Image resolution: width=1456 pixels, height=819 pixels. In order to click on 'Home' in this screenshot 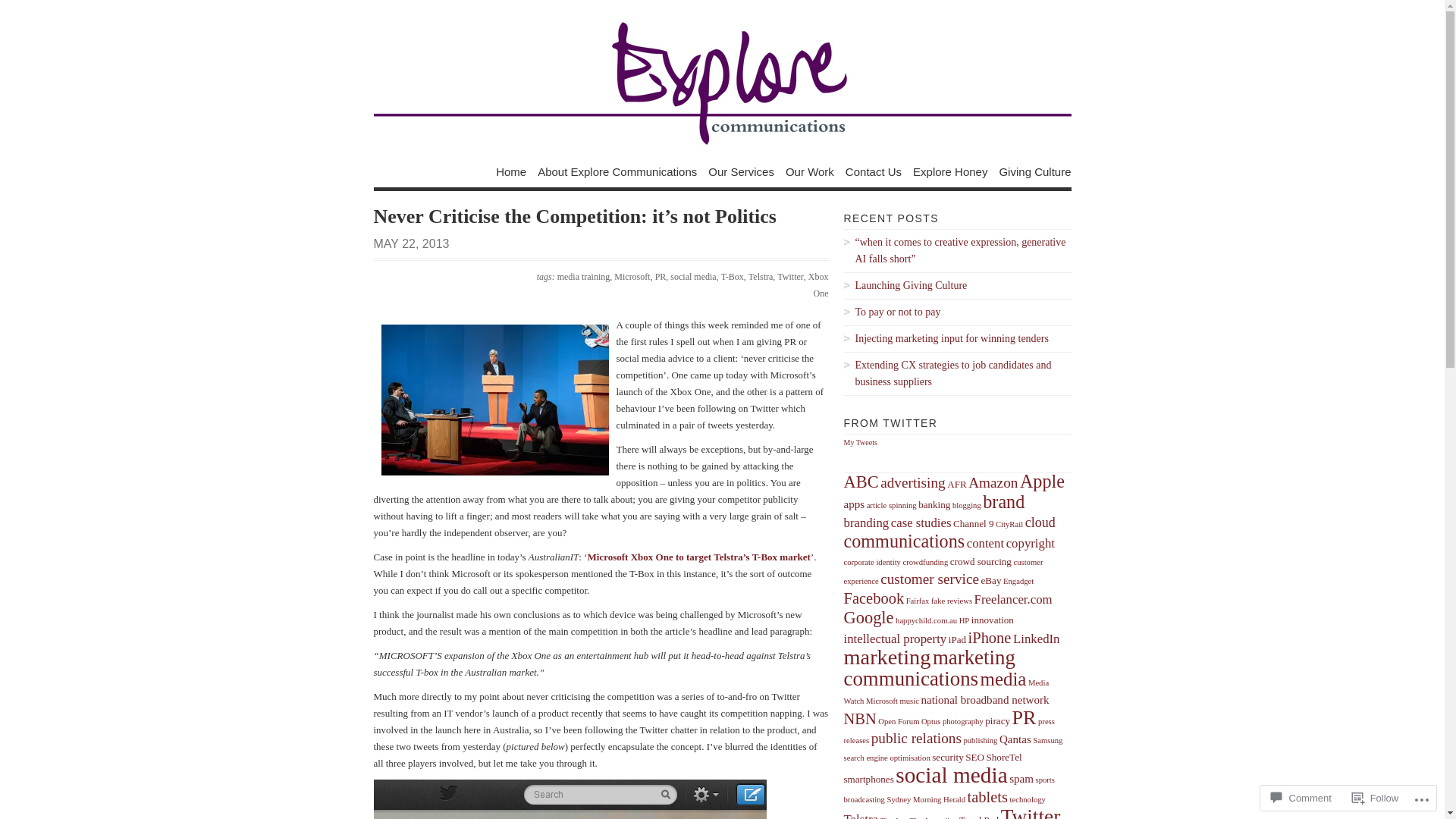, I will do `click(510, 171)`.